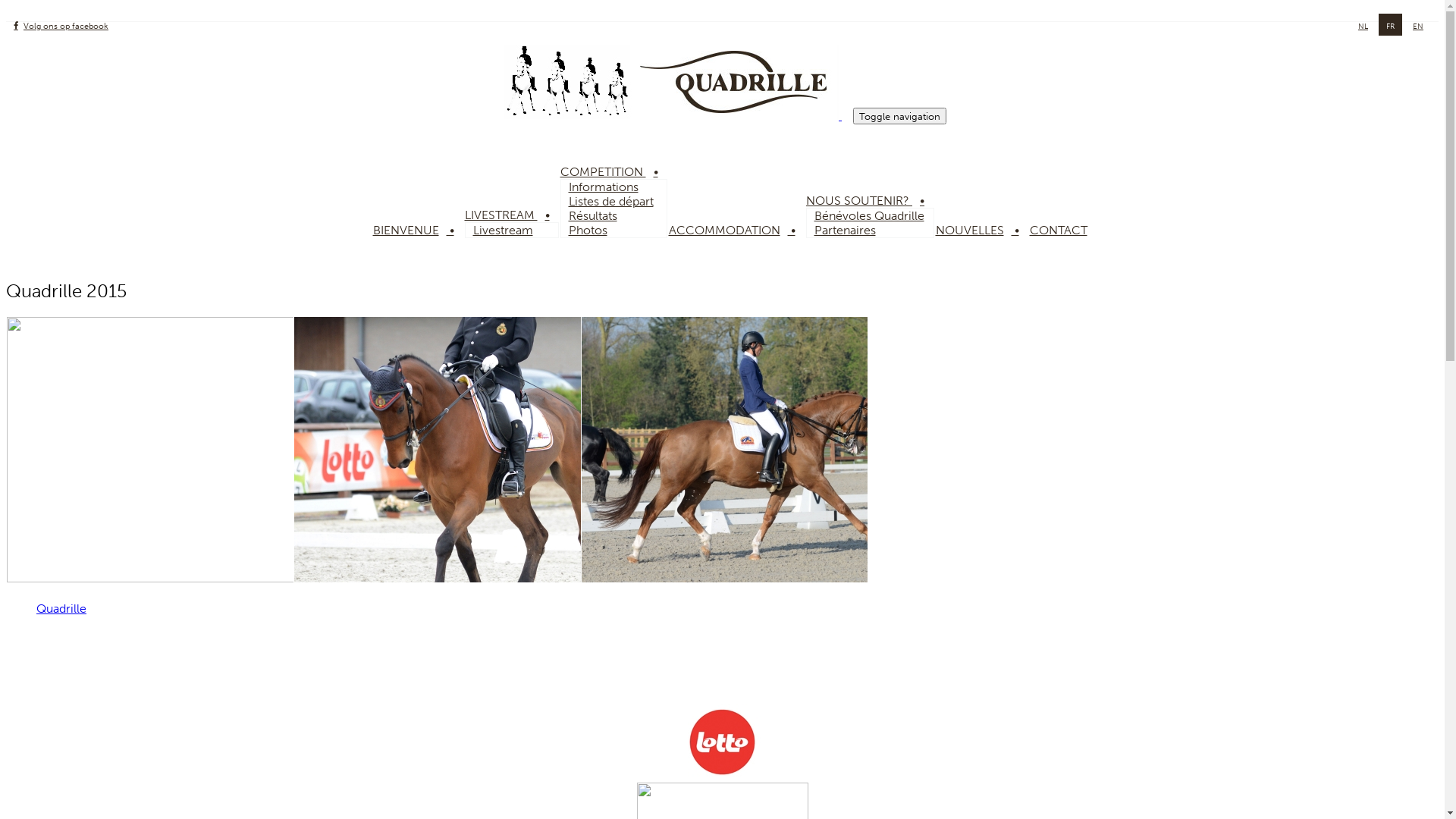 The image size is (1456, 819). I want to click on 'FR', so click(1390, 26).